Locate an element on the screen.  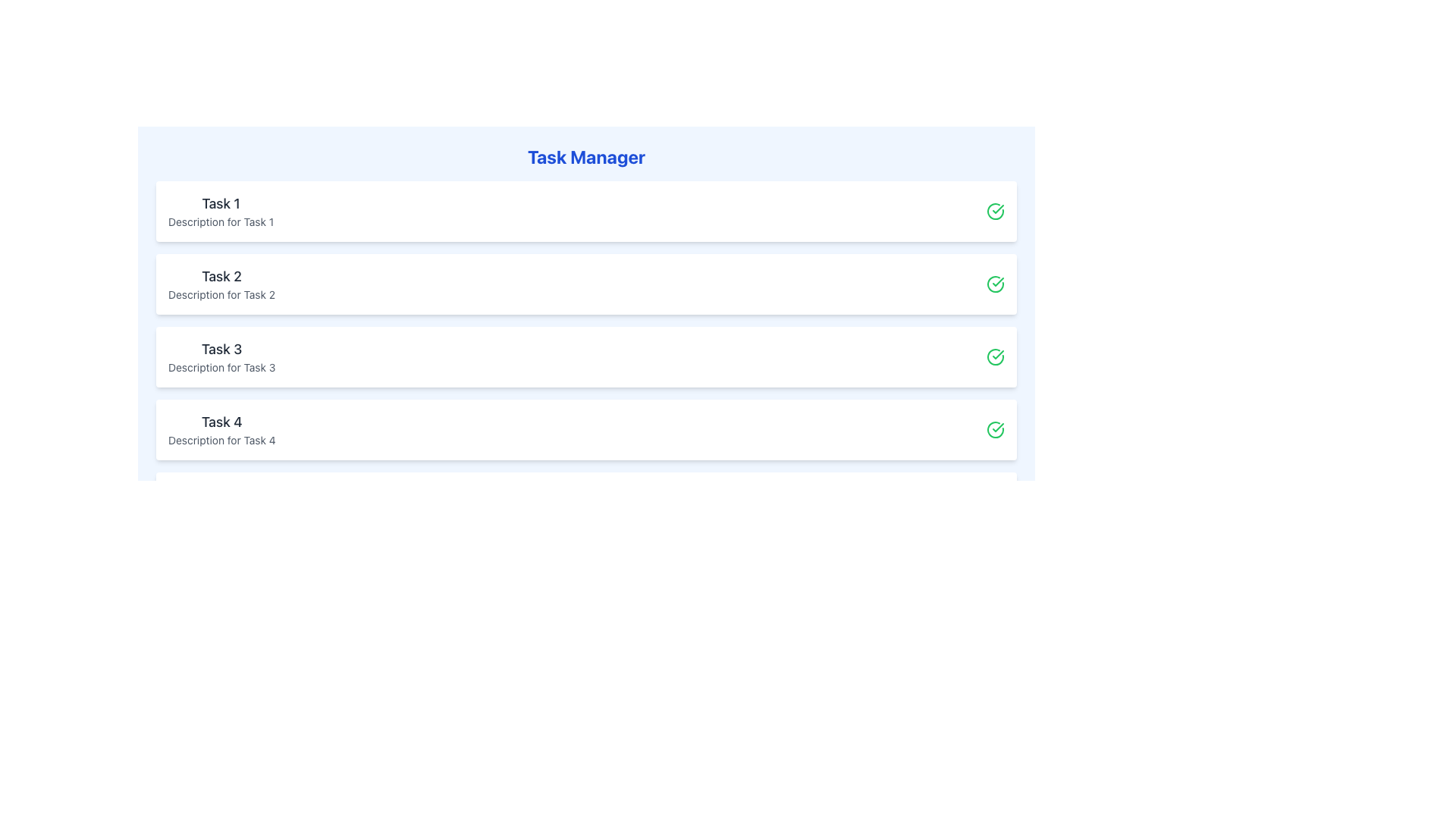
the text label that serves as the title for the task or item entry, located above the 'Description for Task 2' text in the second card of the vertical list is located at coordinates (221, 277).